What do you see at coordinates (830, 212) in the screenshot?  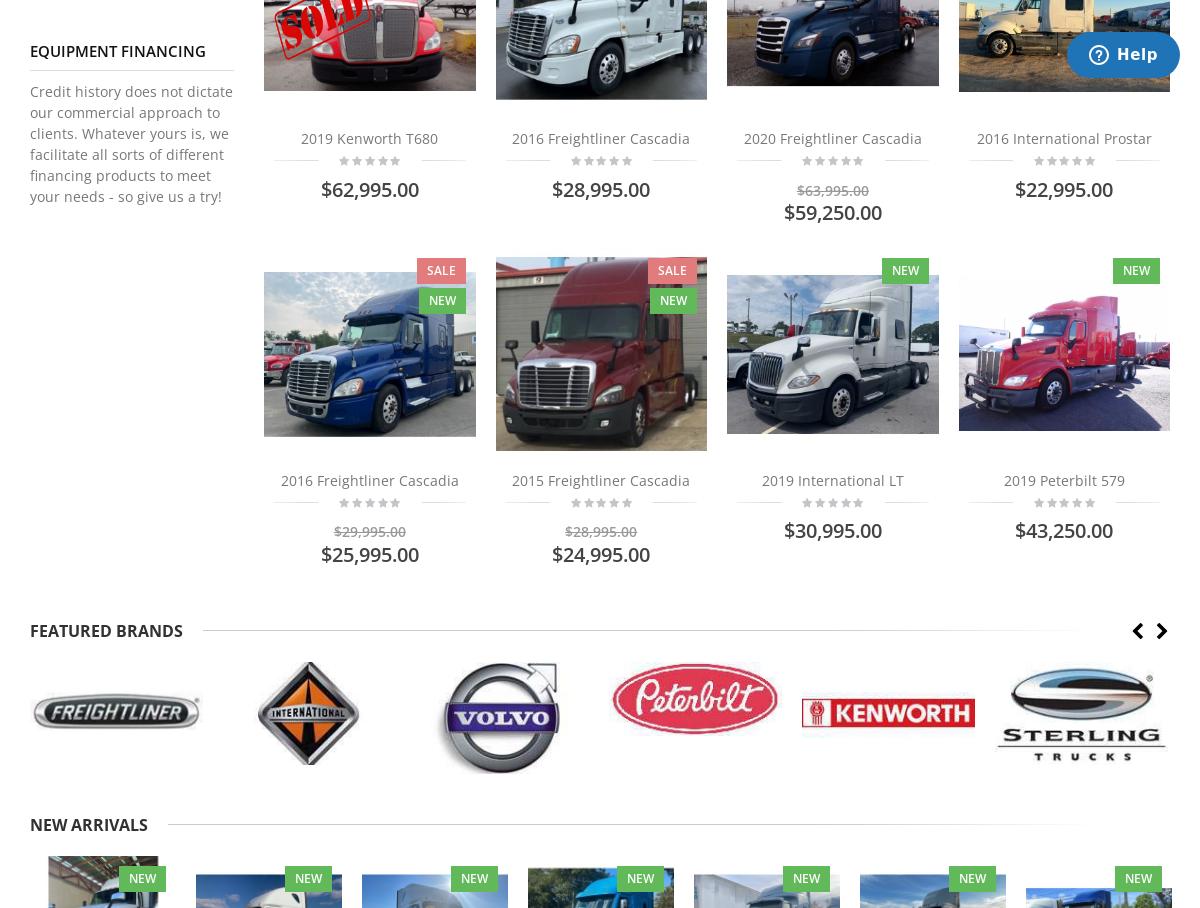 I see `'$59,250.00'` at bounding box center [830, 212].